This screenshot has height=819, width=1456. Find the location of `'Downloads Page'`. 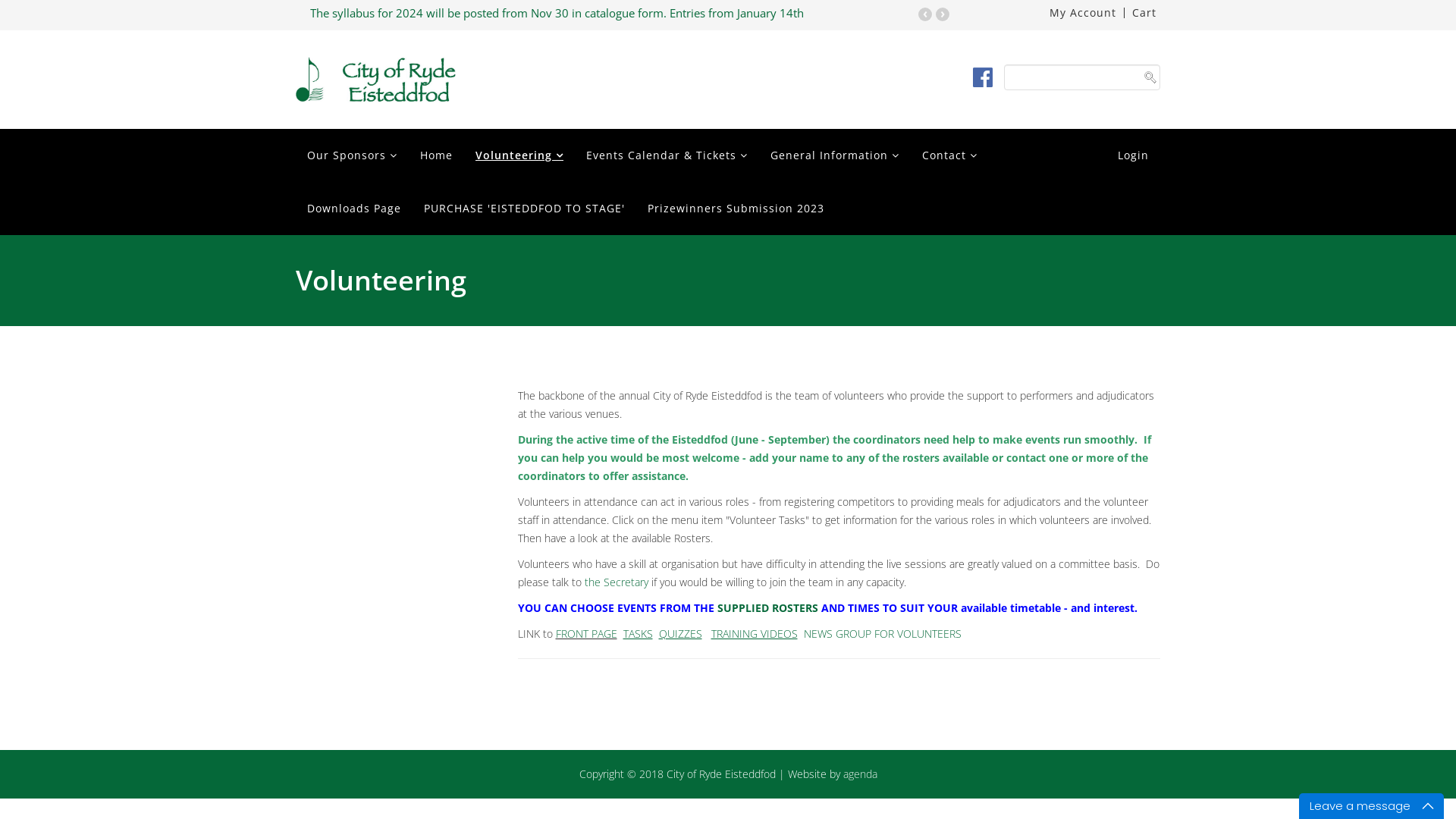

'Downloads Page' is located at coordinates (353, 208).